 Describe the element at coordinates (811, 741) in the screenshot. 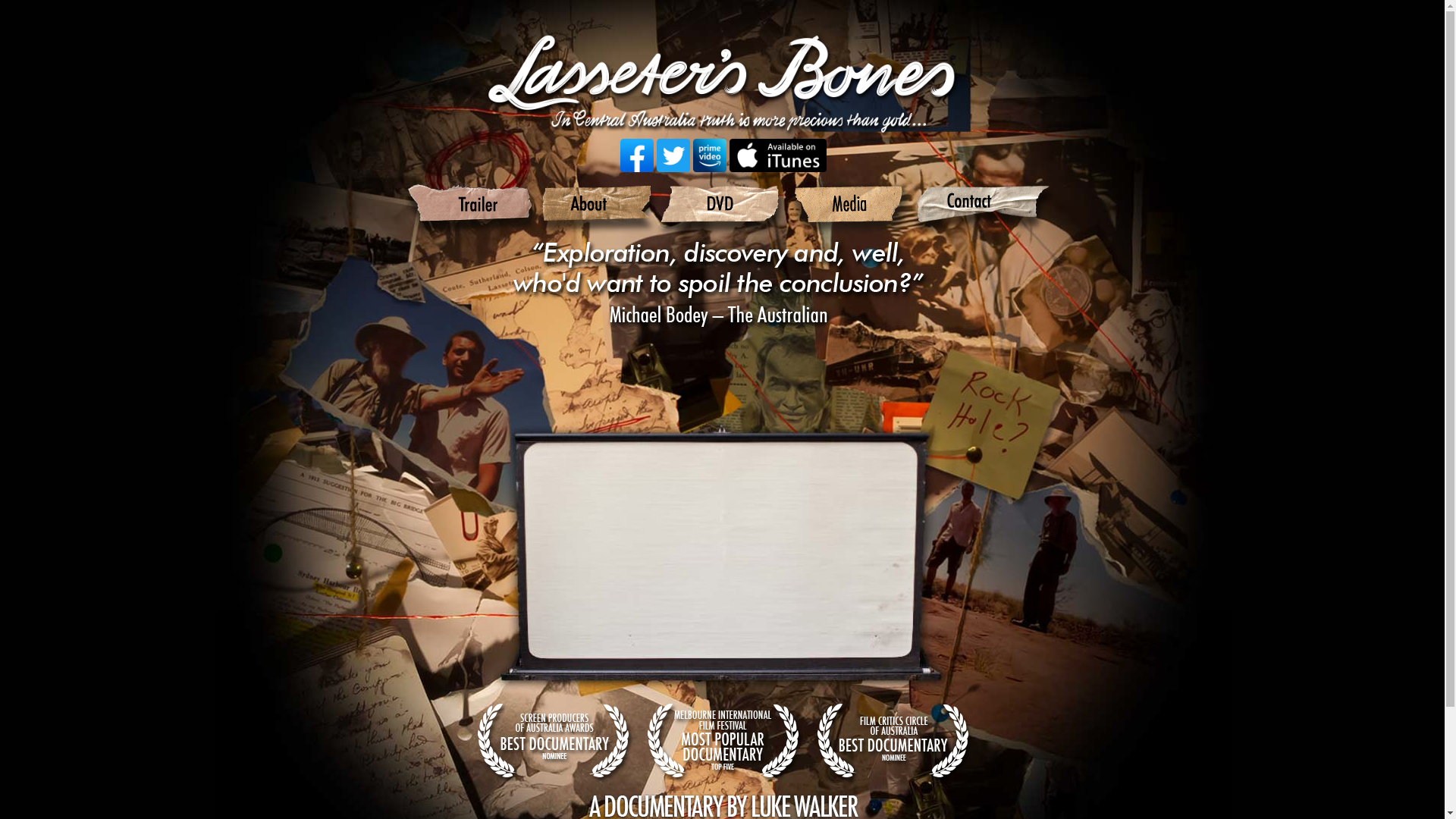

I see `'Film Critics Circle of Australia Best Documentary Nominee'` at that location.